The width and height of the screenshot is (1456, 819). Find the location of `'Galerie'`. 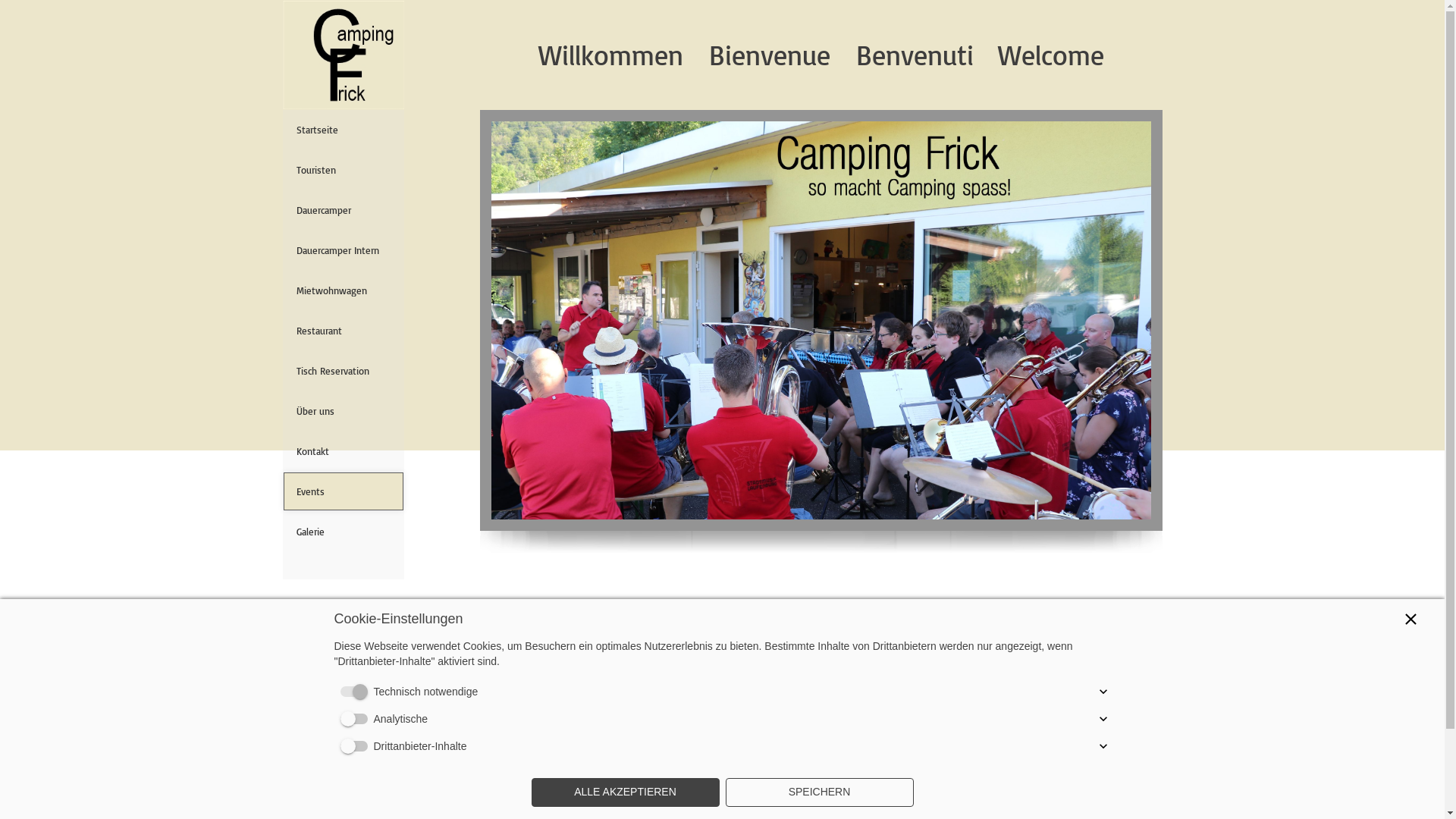

'Galerie' is located at coordinates (341, 531).